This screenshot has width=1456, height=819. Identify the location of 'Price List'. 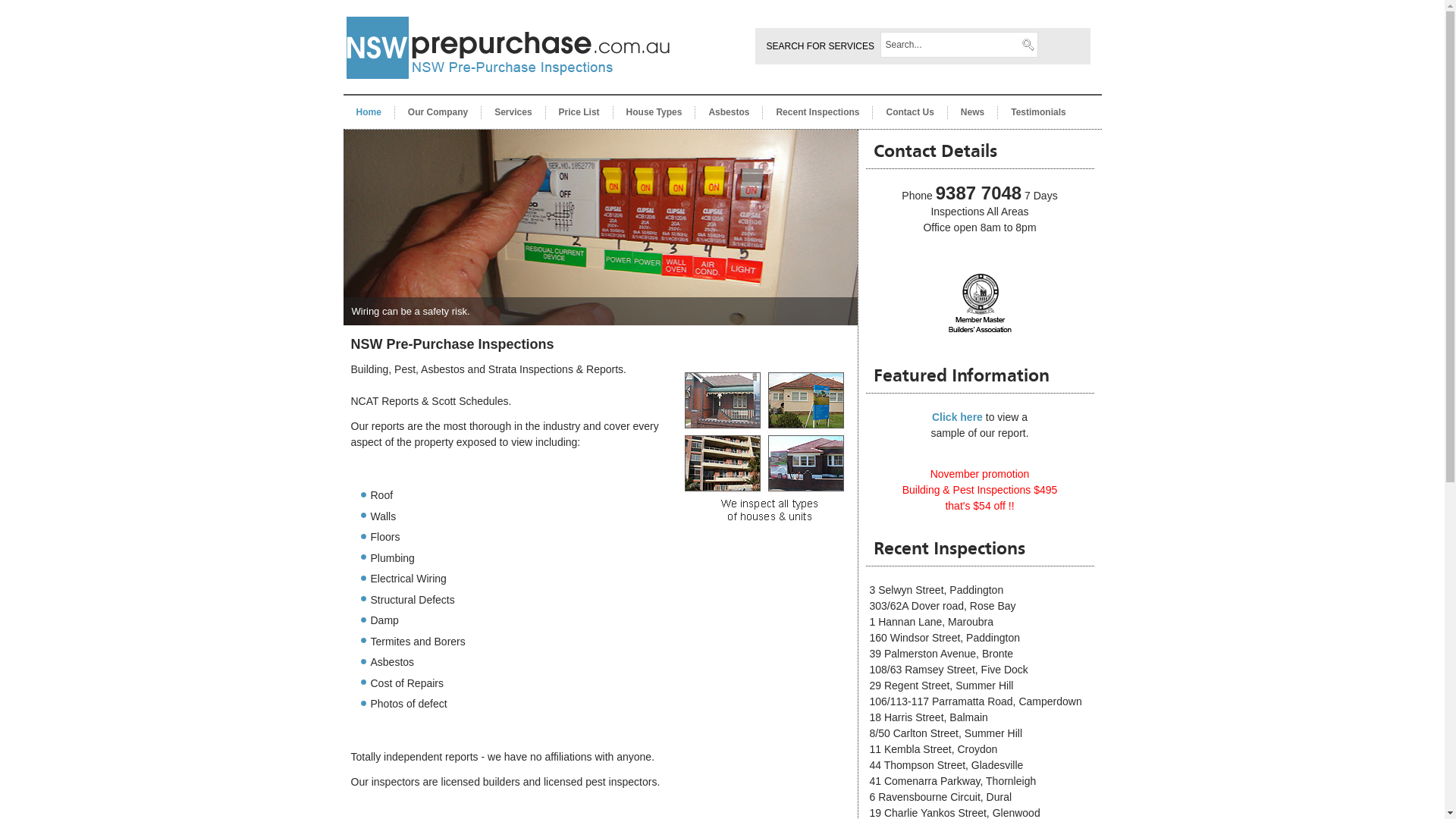
(578, 111).